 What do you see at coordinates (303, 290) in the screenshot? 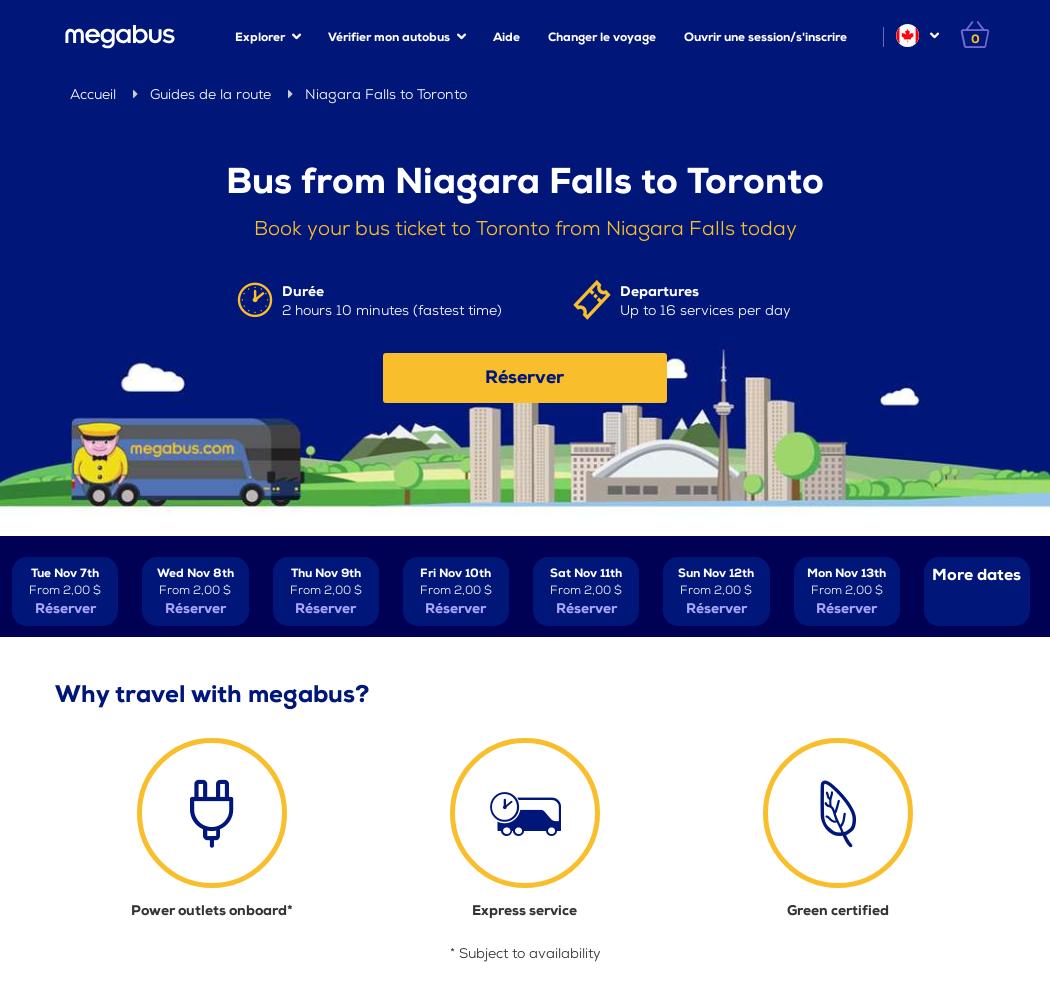
I see `'Durée'` at bounding box center [303, 290].